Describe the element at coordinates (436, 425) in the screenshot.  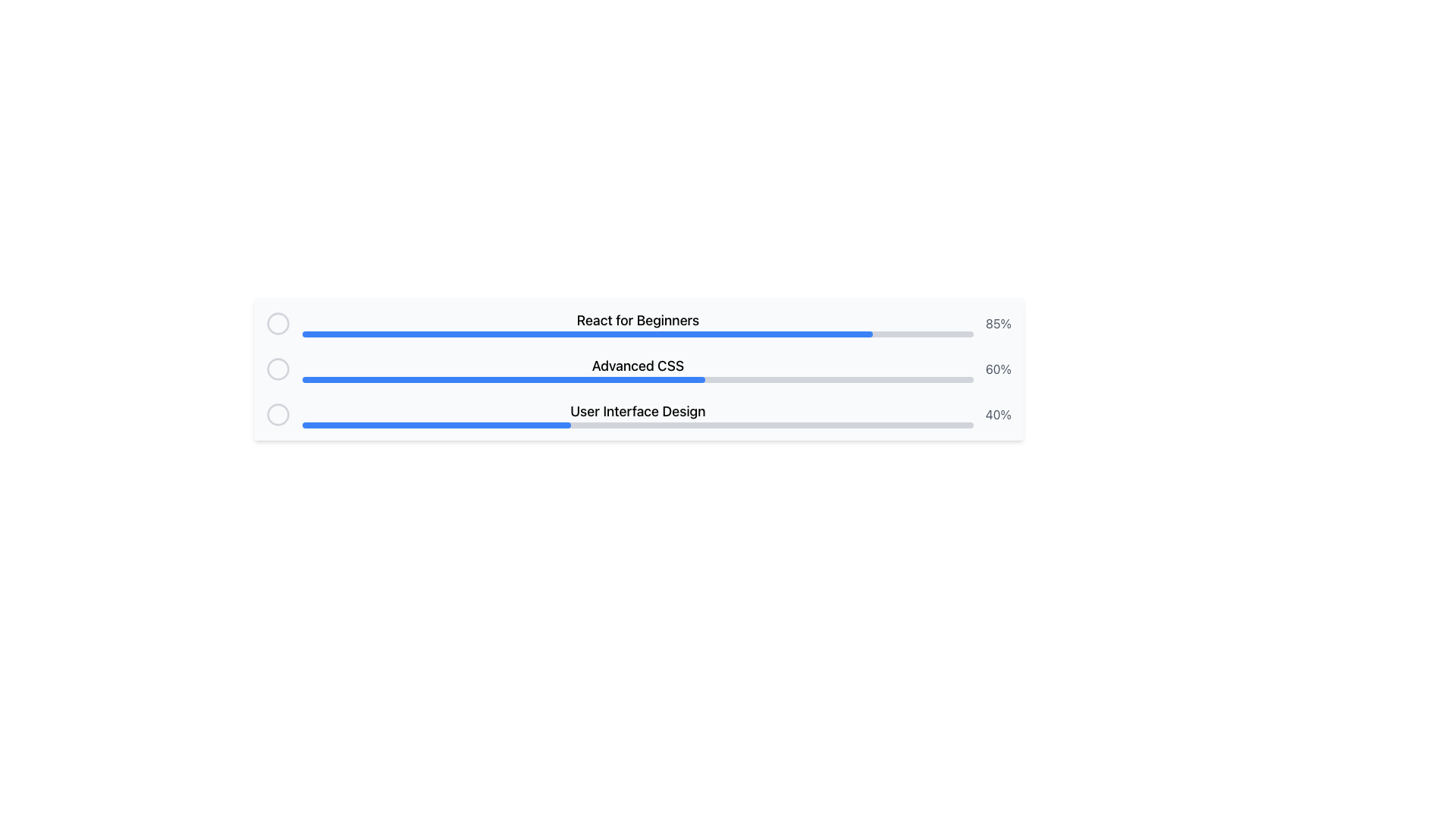
I see `the filled portion of the progress bar that indicates 40% completion, located in the third row below the 'User Interface Design' label` at that location.